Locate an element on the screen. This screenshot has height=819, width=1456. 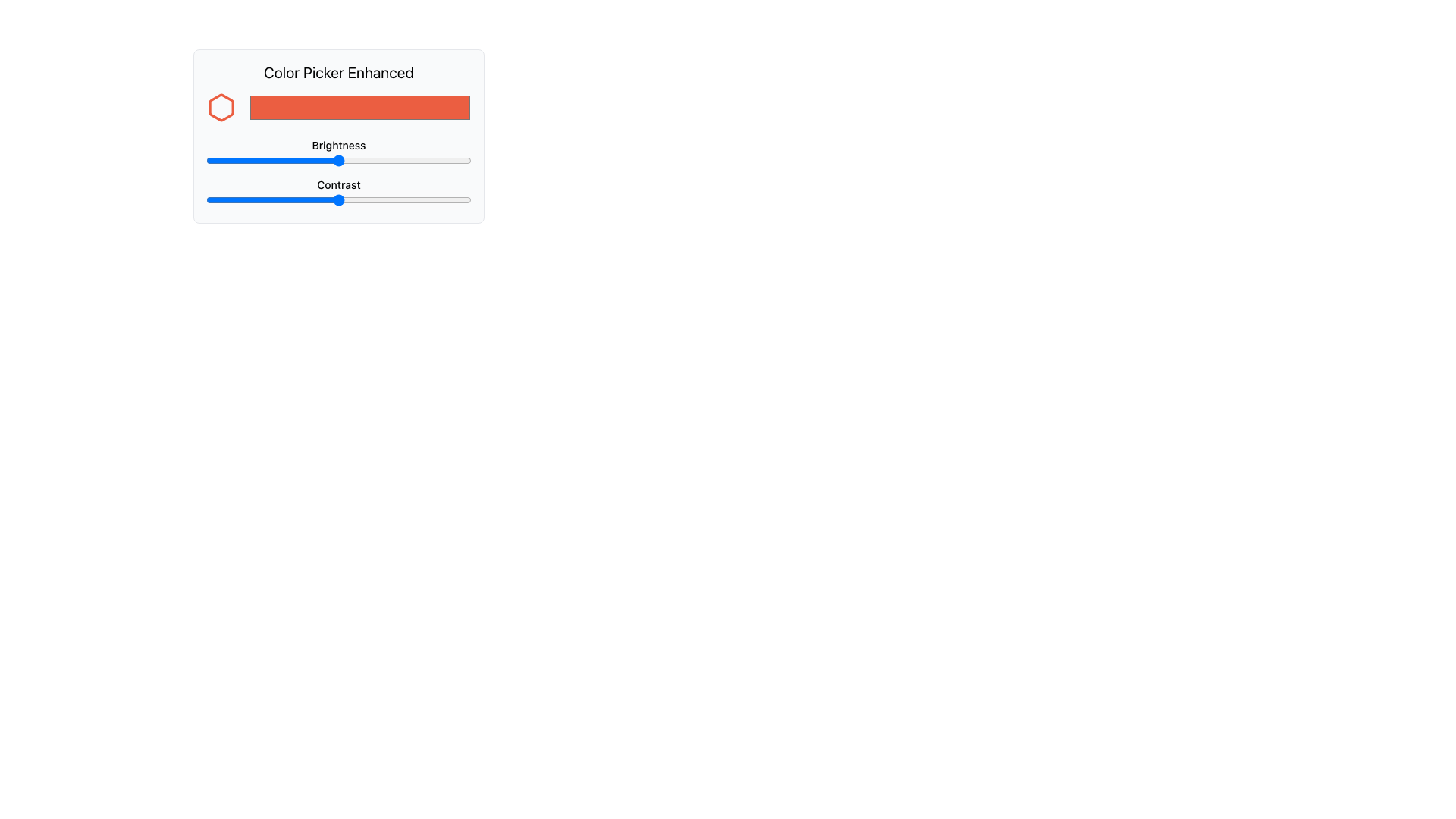
contrast is located at coordinates (386, 199).